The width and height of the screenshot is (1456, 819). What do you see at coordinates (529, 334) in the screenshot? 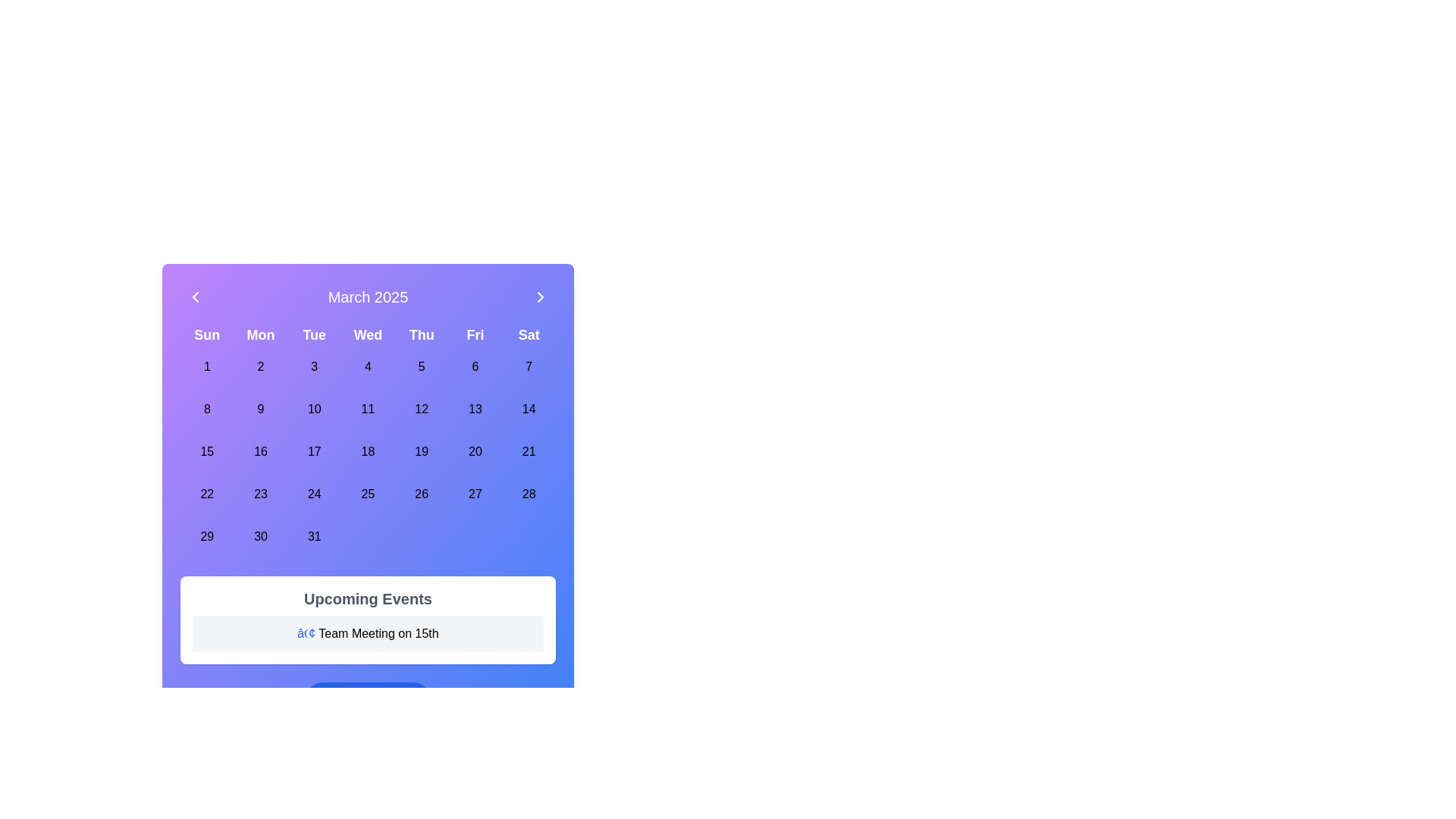
I see `the text label displaying 'Sat' in bold white font on a vibrant blue background, located in the top row of the calendar component as the last column` at bounding box center [529, 334].